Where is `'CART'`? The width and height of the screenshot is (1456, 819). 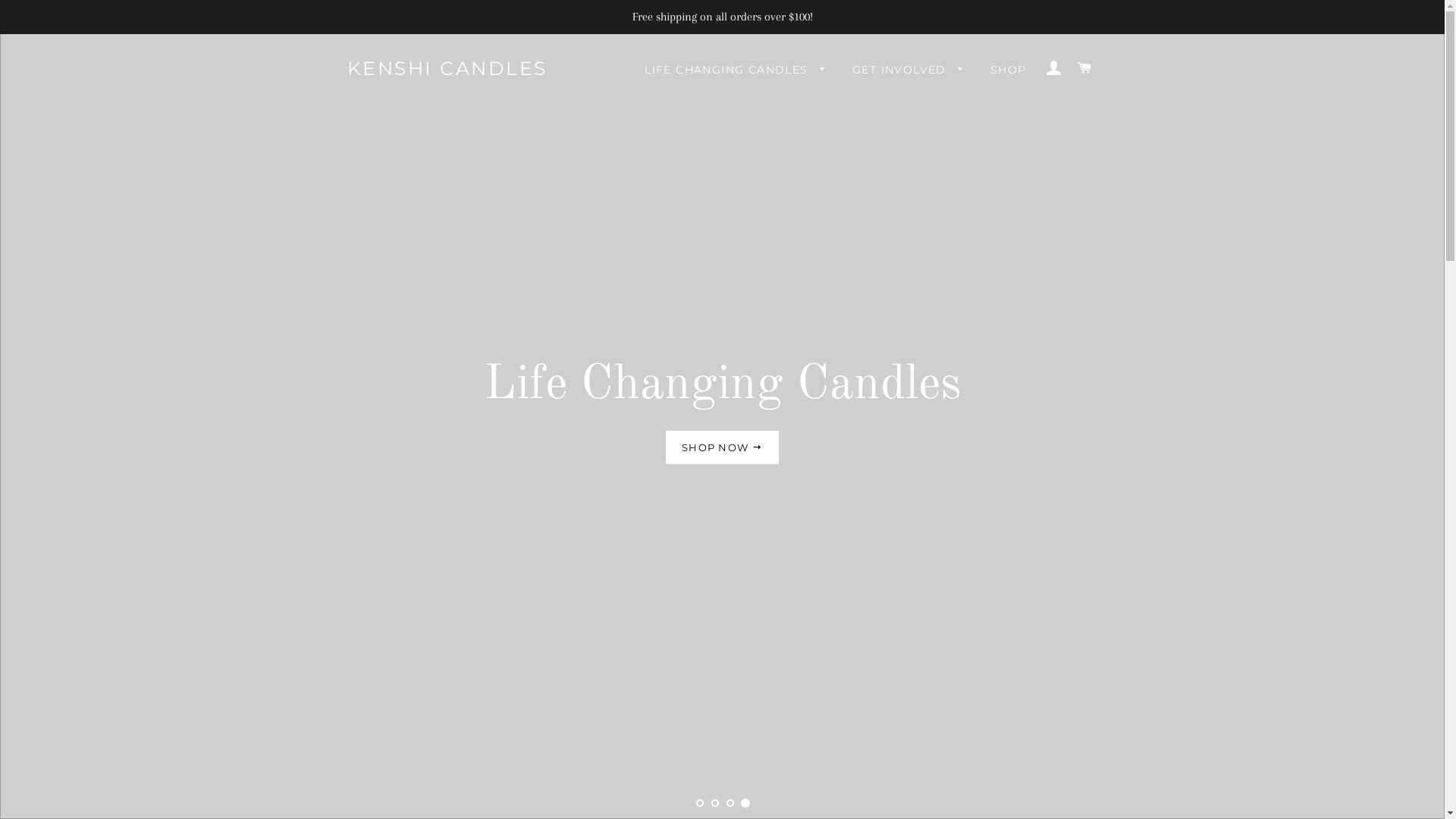 'CART' is located at coordinates (1083, 67).